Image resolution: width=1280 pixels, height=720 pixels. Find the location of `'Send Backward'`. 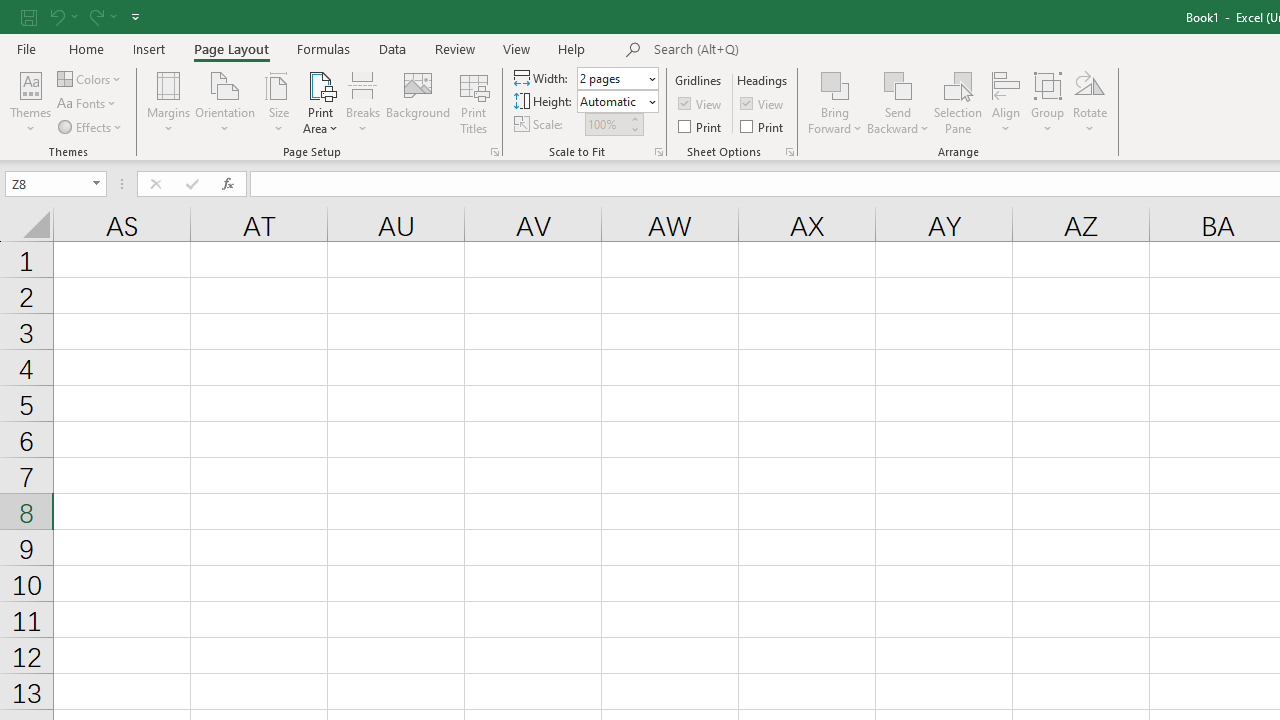

'Send Backward' is located at coordinates (897, 84).